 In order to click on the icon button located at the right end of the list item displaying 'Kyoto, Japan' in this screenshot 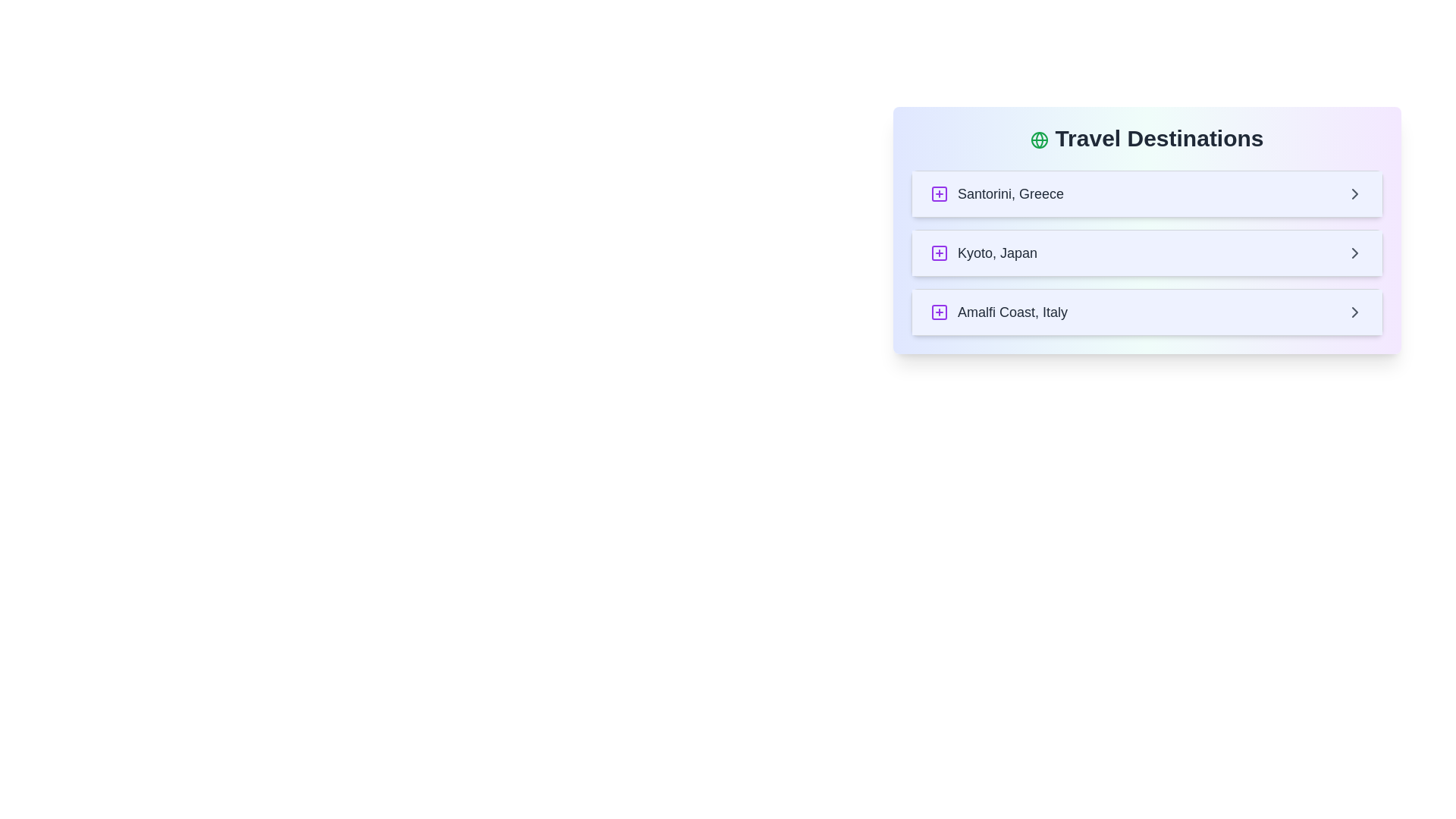, I will do `click(1354, 253)`.